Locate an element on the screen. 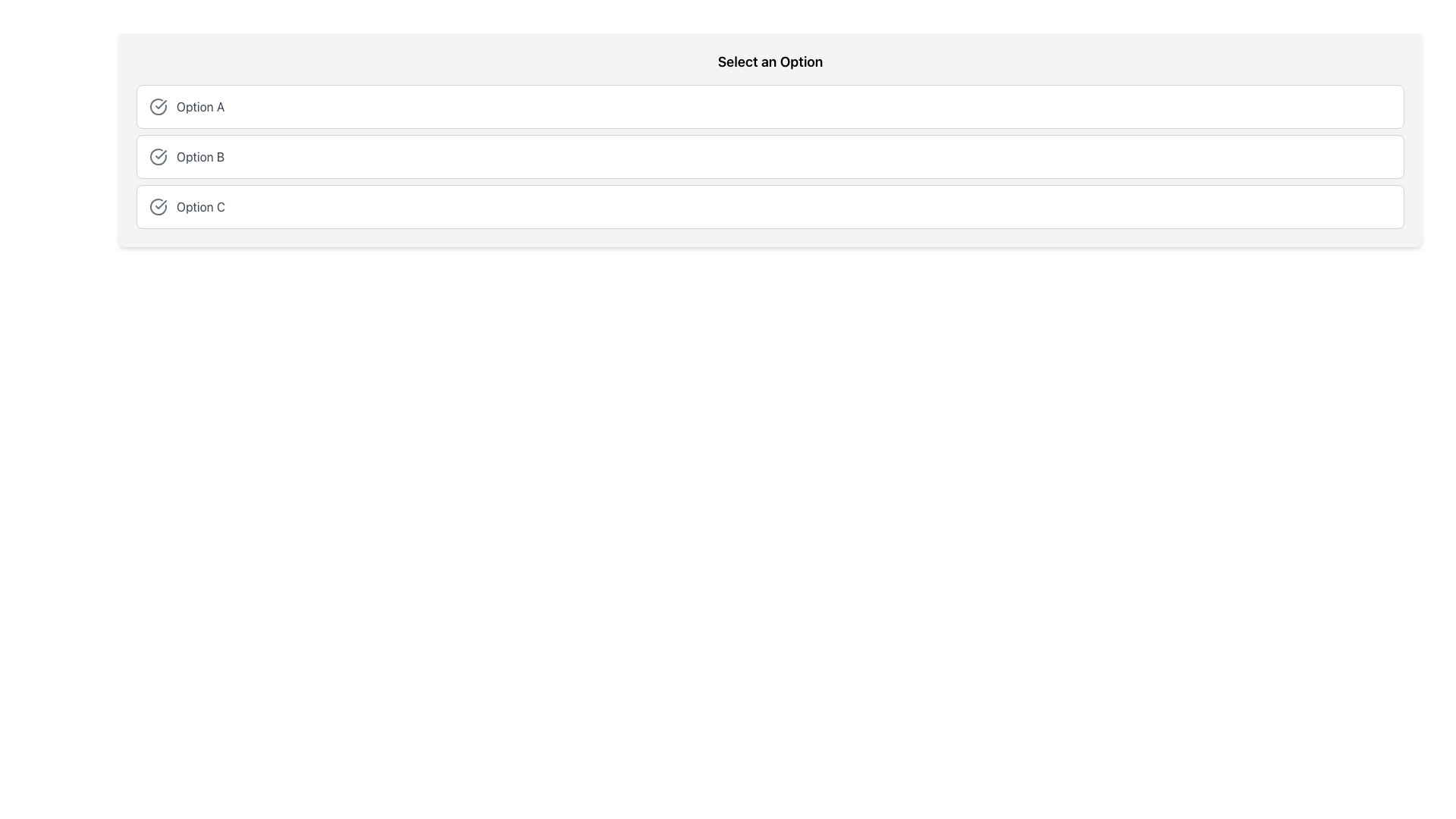 The width and height of the screenshot is (1456, 819). the selection icon indicating that 'Option B' is currently chosen, positioned on the left side of the 'Option B' row is located at coordinates (158, 157).